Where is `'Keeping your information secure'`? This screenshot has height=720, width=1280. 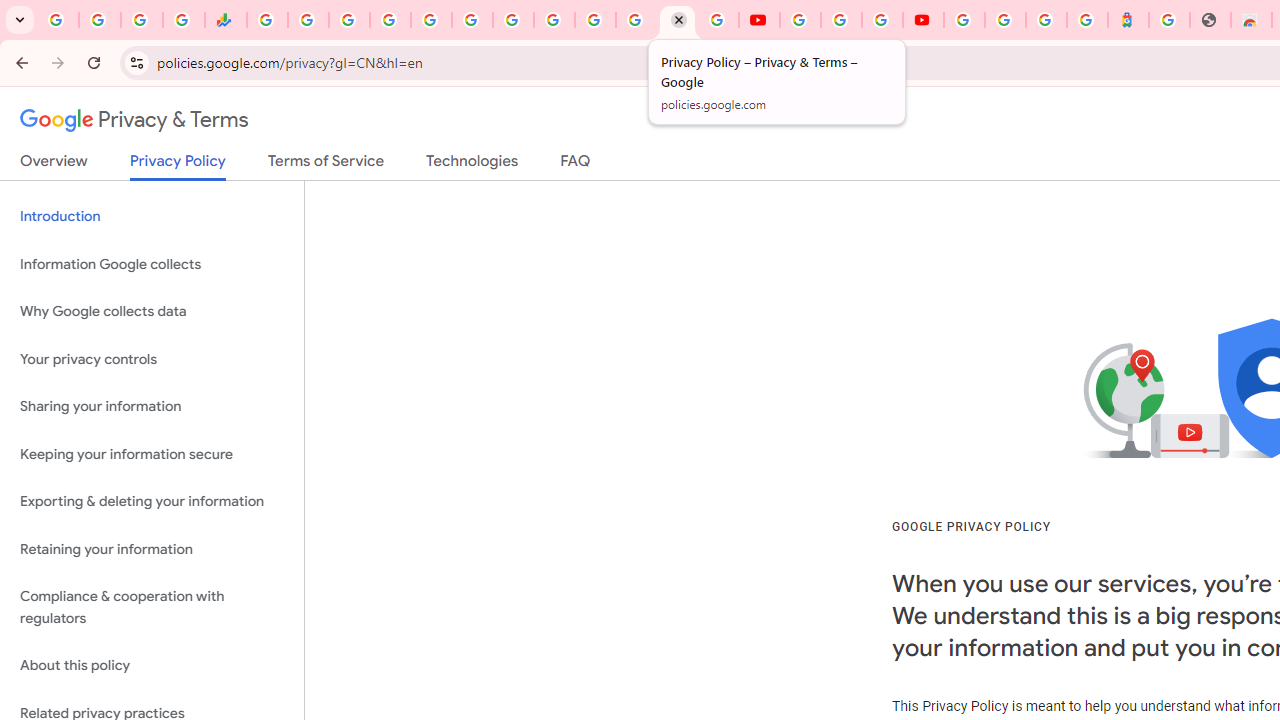 'Keeping your information secure' is located at coordinates (151, 454).